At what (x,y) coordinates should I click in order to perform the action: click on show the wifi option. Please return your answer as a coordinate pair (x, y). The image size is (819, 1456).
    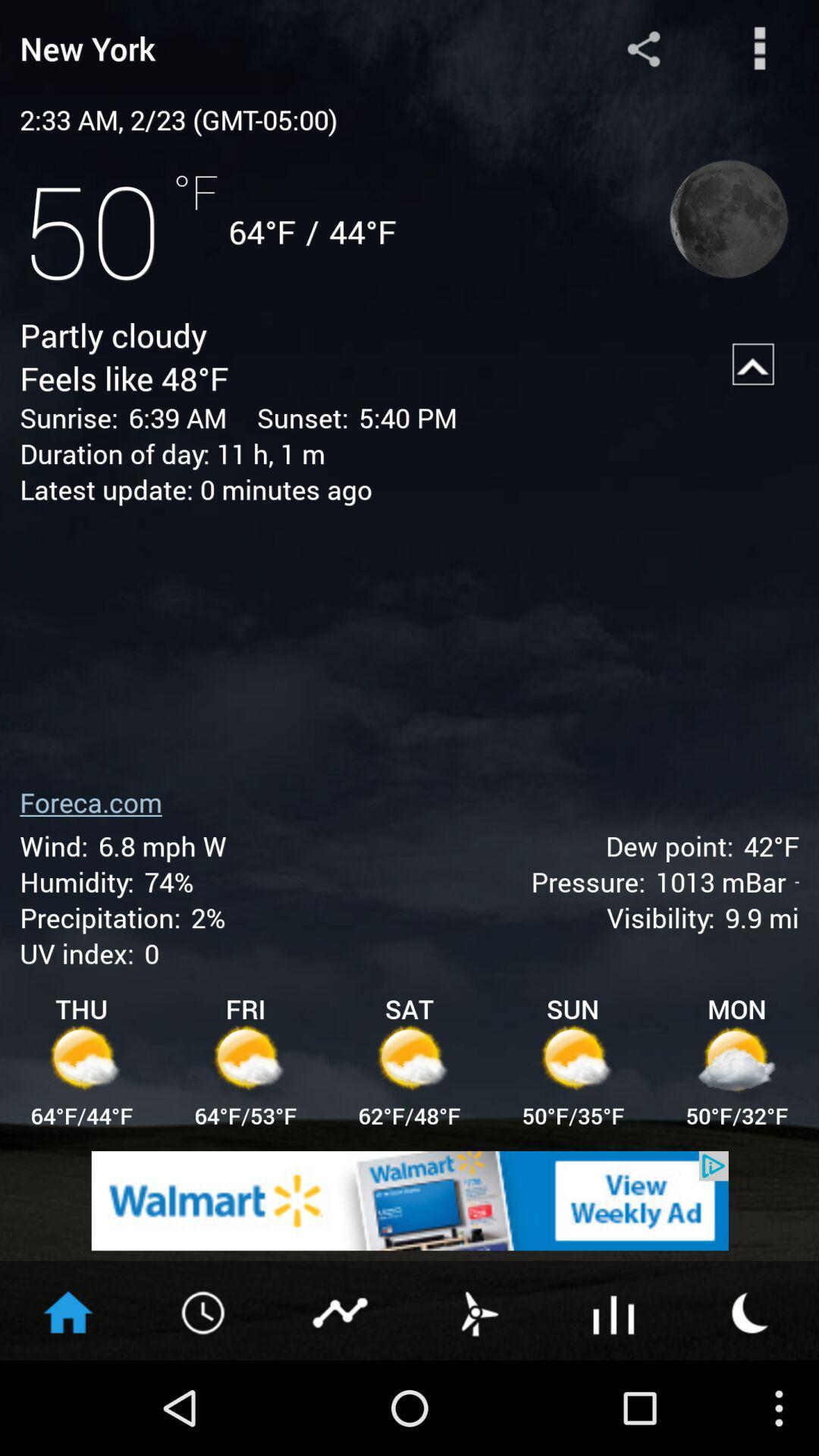
    Looking at the image, I should click on (614, 1310).